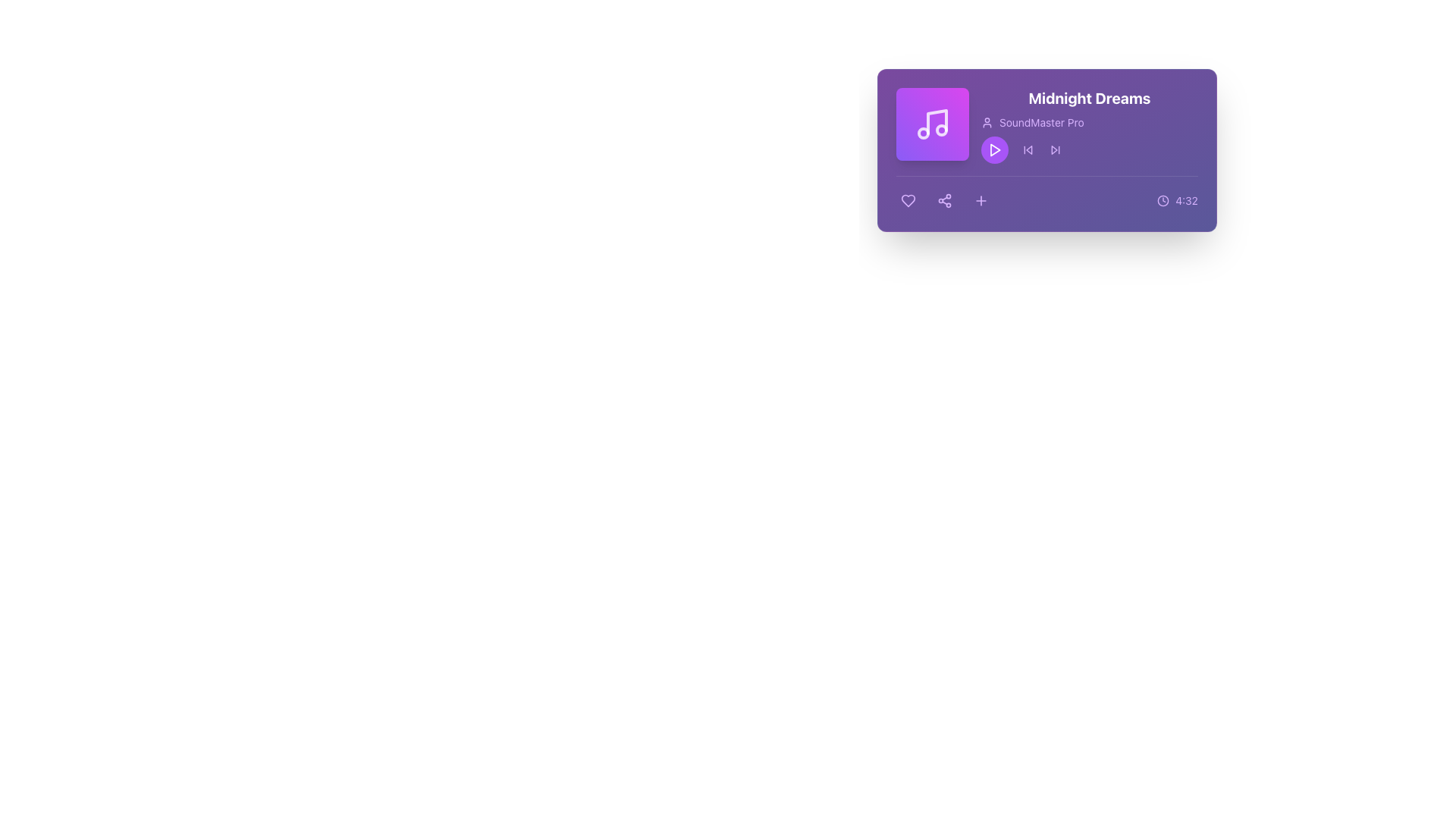 This screenshot has width=1456, height=819. I want to click on the music icon located in the upper-left section, to the left of the title 'Midnight Dreams', so click(931, 124).